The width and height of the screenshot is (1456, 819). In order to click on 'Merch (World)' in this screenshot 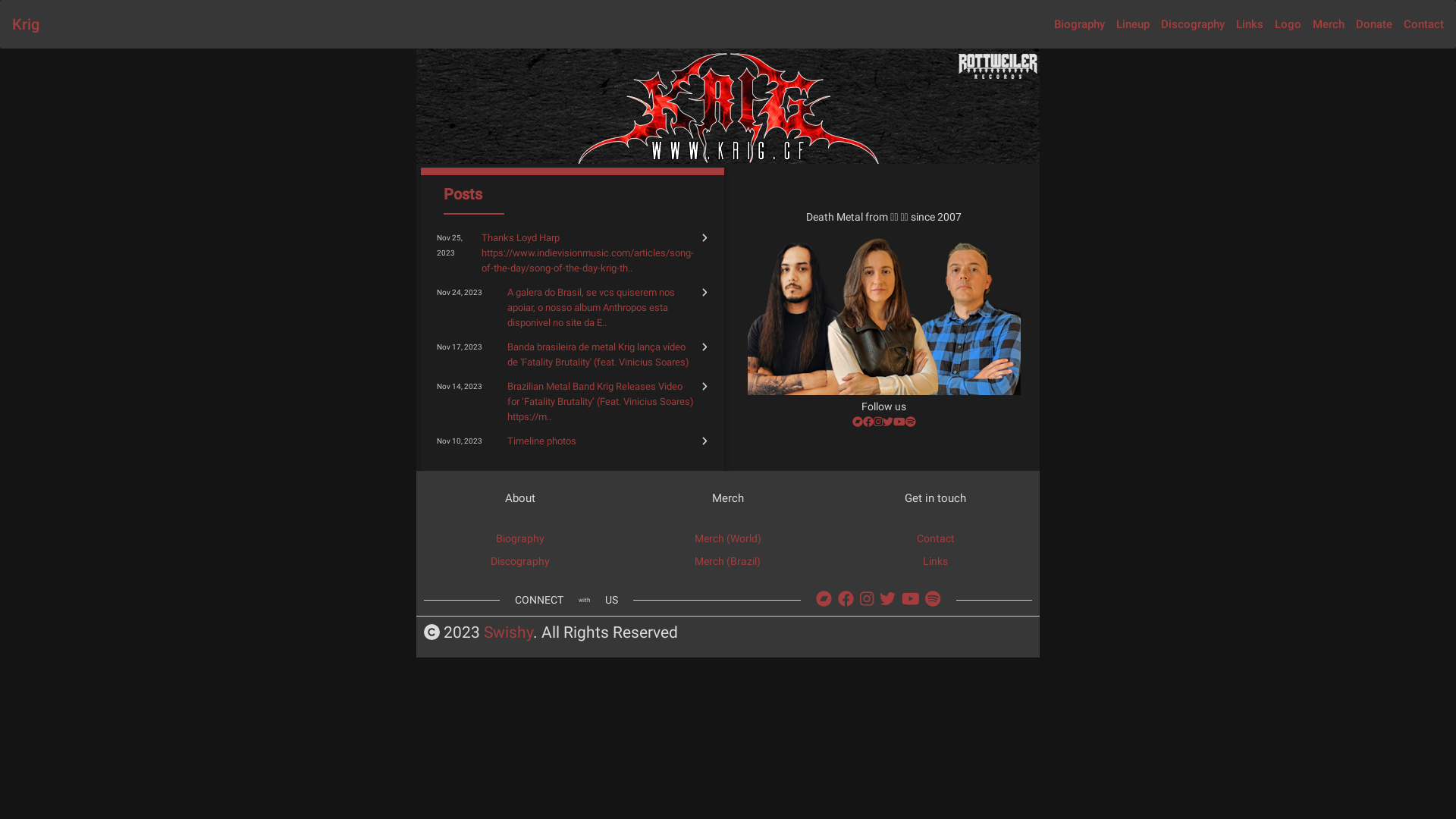, I will do `click(728, 537)`.